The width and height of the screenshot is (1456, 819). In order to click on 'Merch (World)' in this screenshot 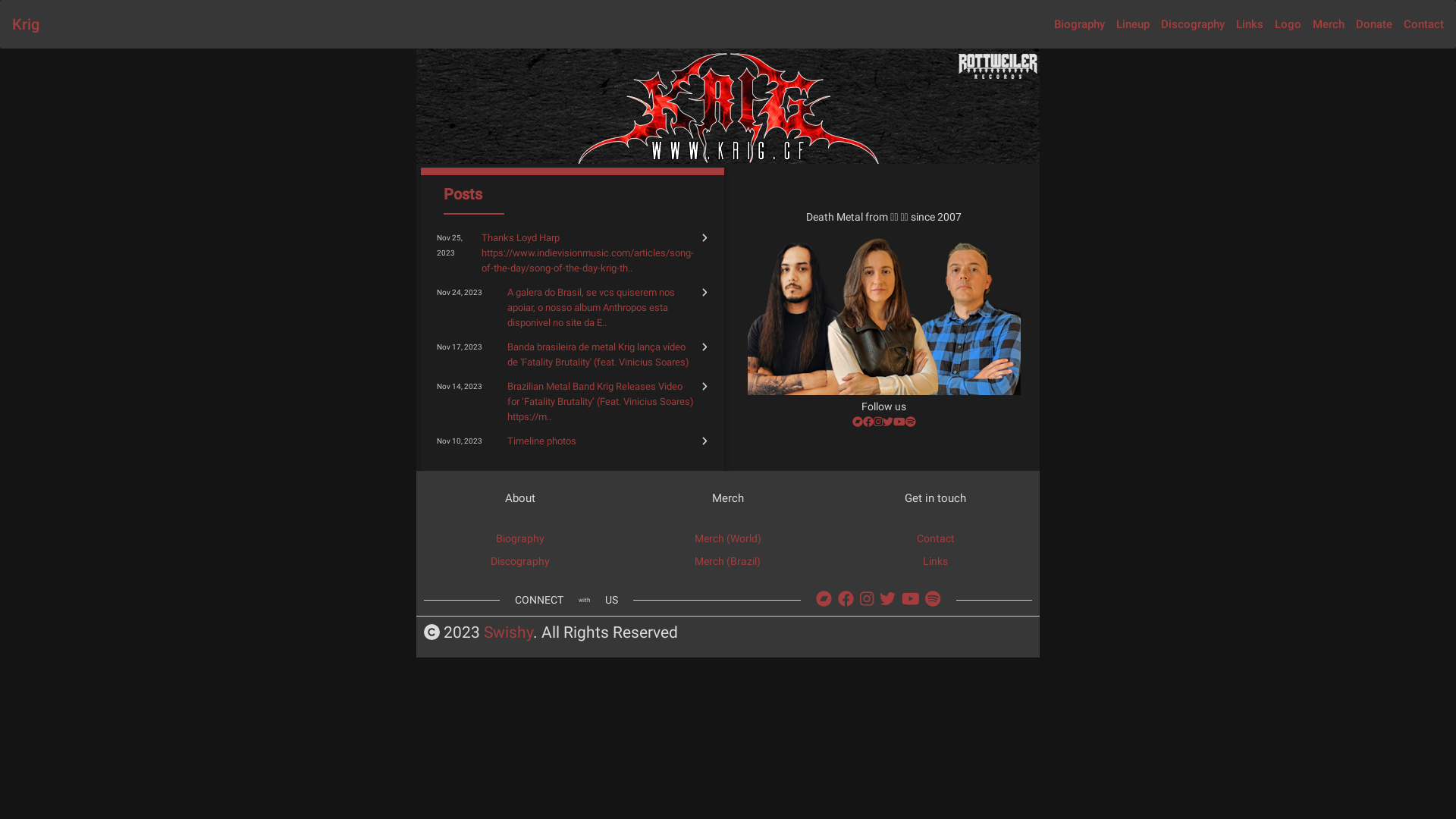, I will do `click(728, 537)`.